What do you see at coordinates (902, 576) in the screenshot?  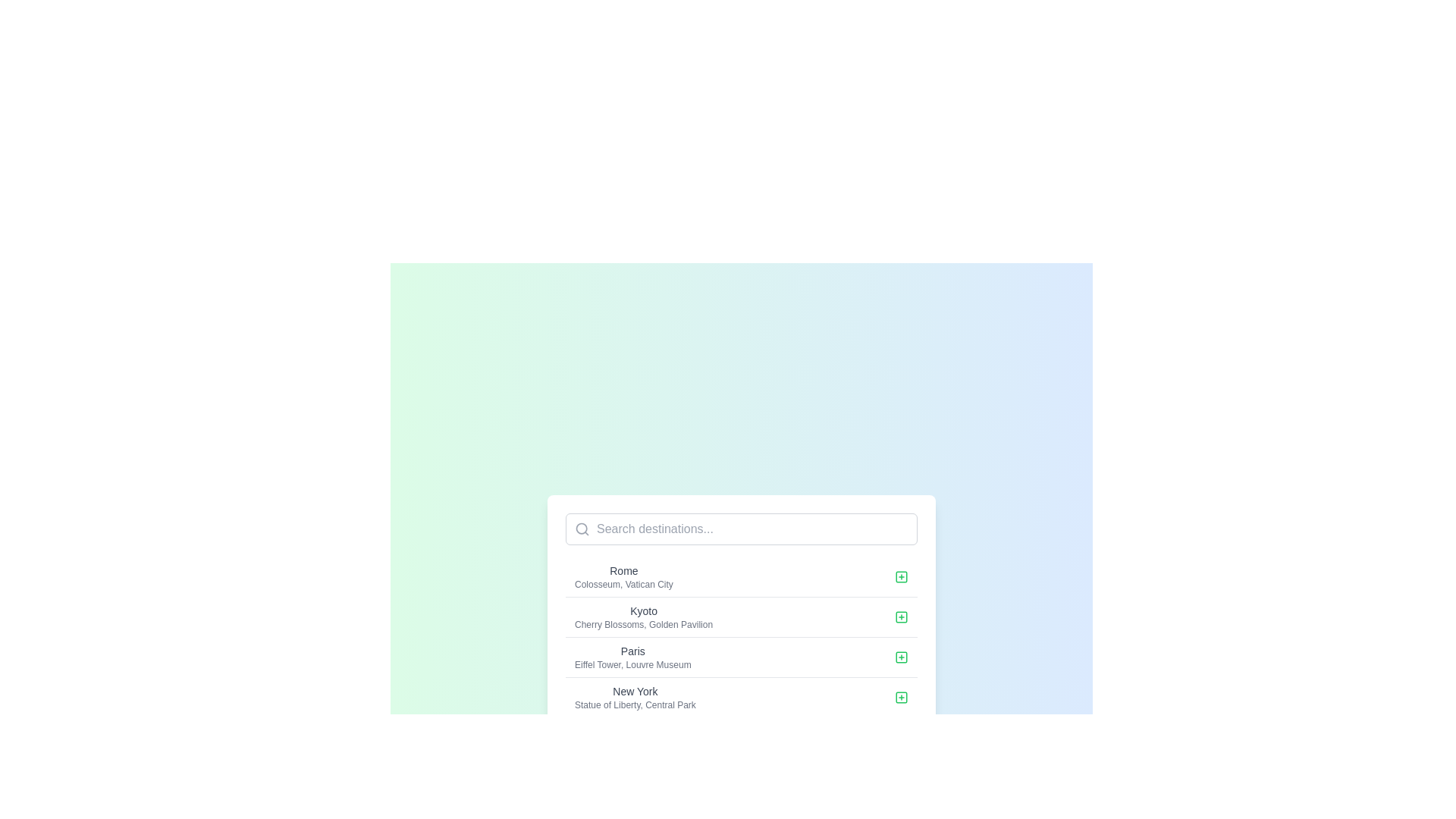 I see `the icon within the 'Add' button for the row labeled 'Rome' to observe any hover effects` at bounding box center [902, 576].